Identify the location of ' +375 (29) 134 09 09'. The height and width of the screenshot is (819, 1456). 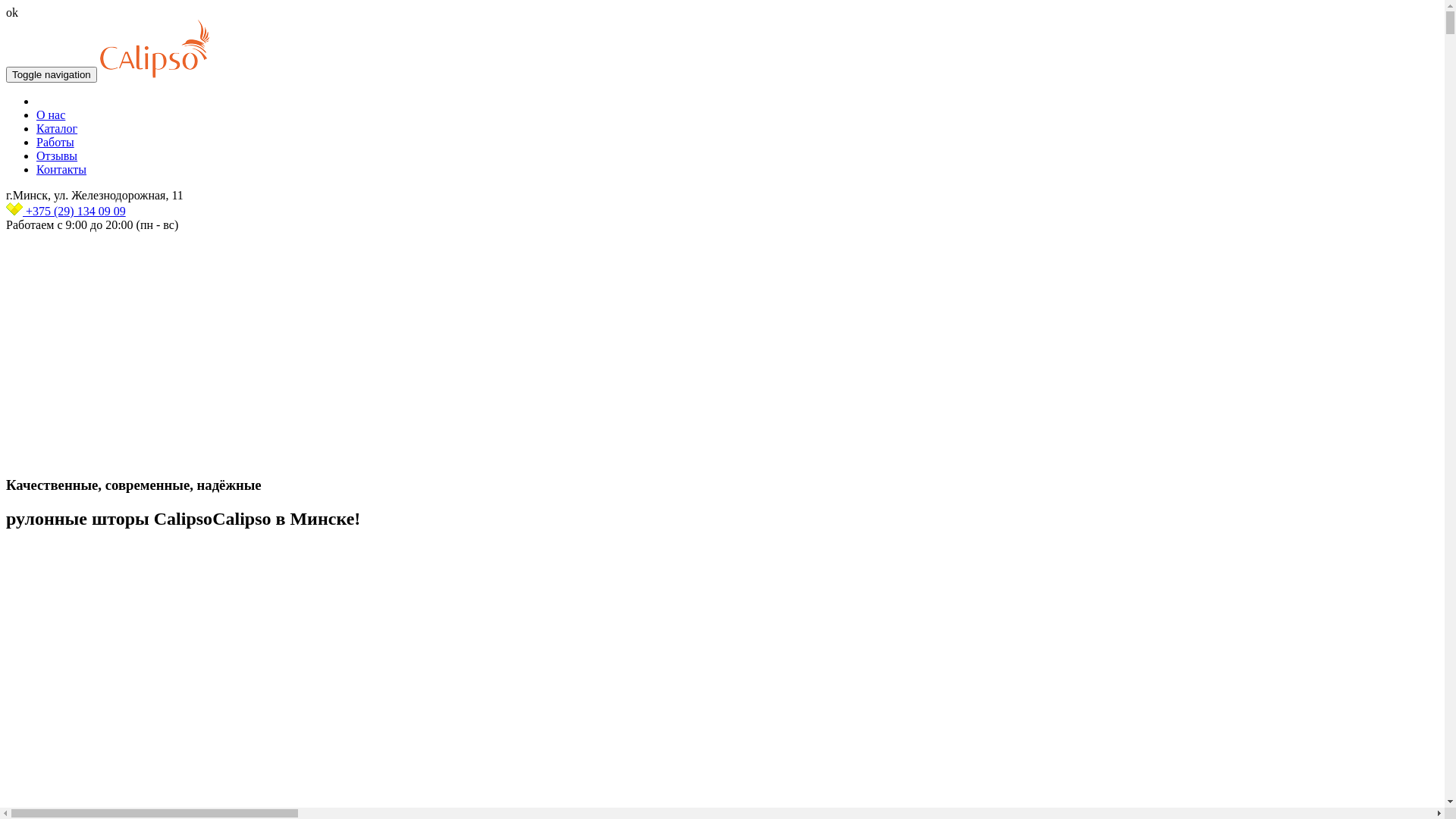
(6, 211).